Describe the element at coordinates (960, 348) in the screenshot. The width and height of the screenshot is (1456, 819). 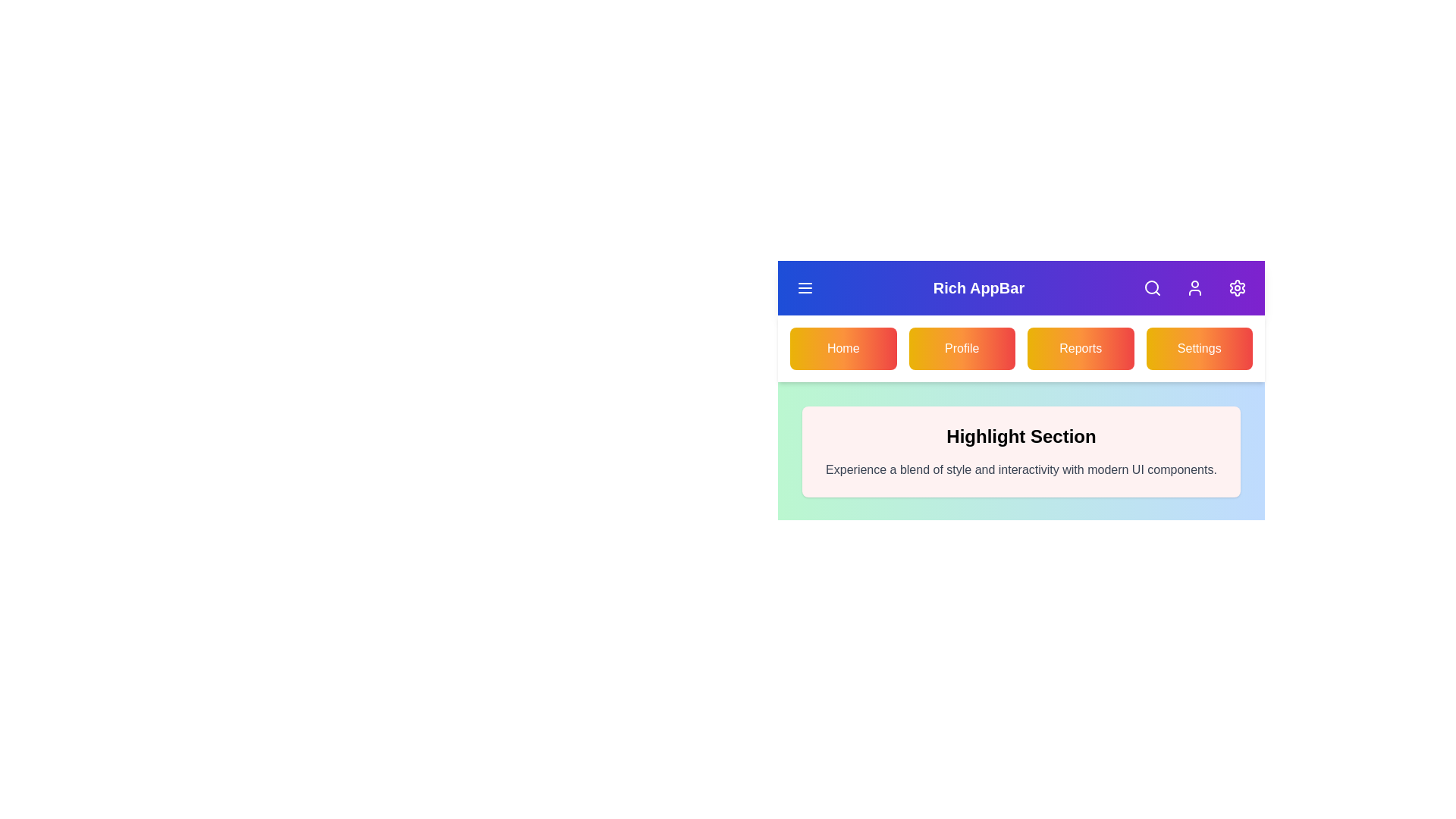
I see `the Profile navigation button` at that location.